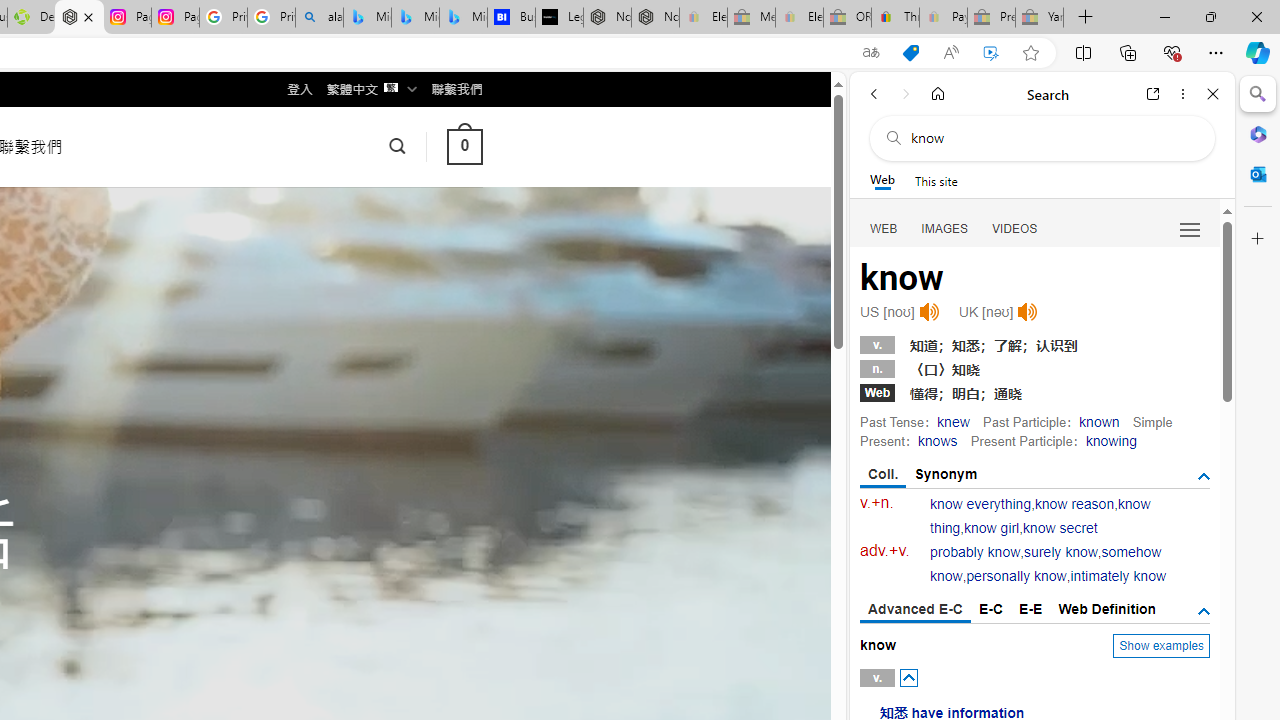 Image resolution: width=1280 pixels, height=720 pixels. What do you see at coordinates (463, 145) in the screenshot?
I see `'  0  '` at bounding box center [463, 145].